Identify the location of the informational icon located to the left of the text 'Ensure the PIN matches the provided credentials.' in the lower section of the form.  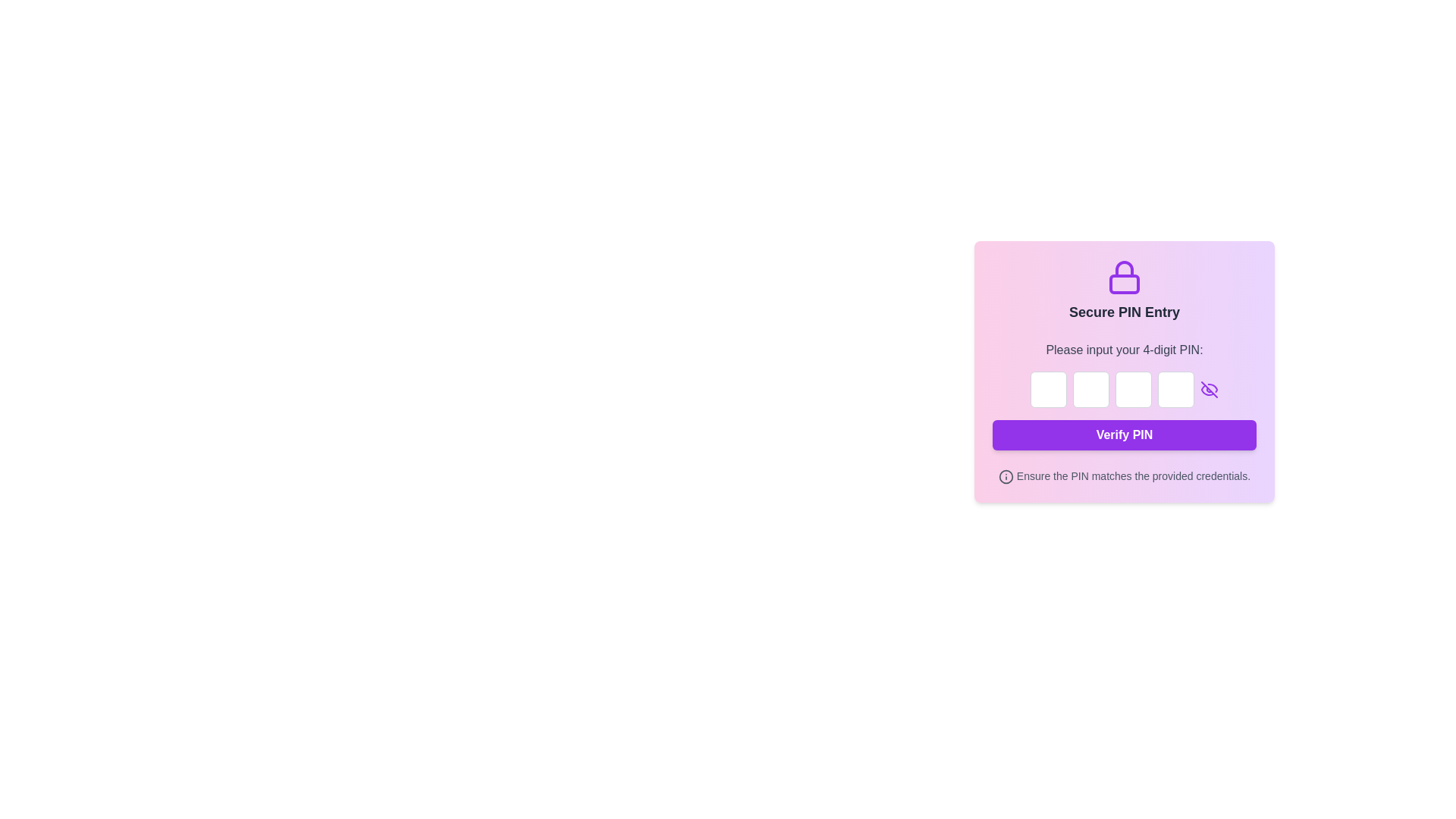
(1006, 476).